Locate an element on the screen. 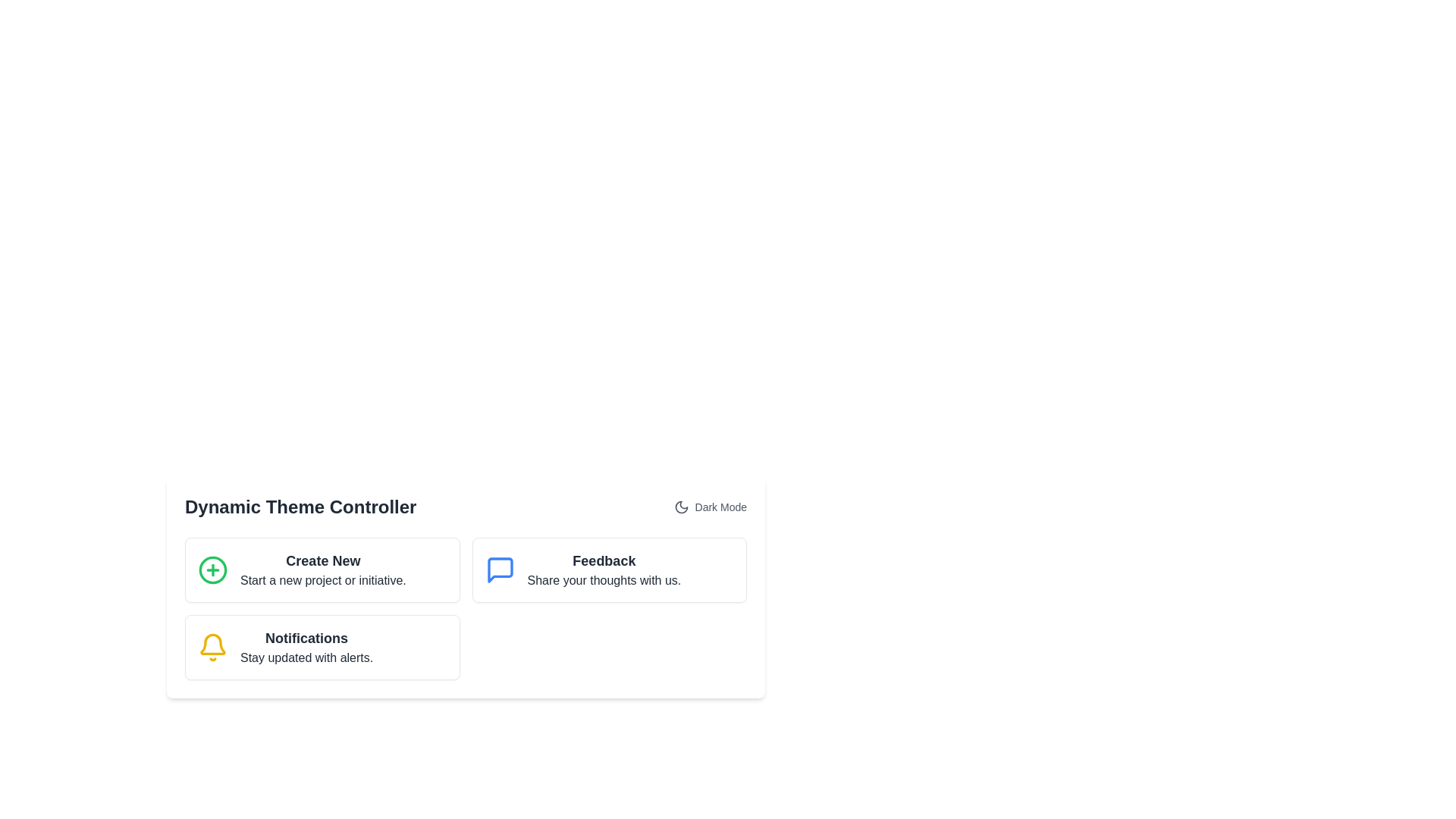  the bold blue speech bubble icon located above the text 'Feedback' is located at coordinates (500, 570).